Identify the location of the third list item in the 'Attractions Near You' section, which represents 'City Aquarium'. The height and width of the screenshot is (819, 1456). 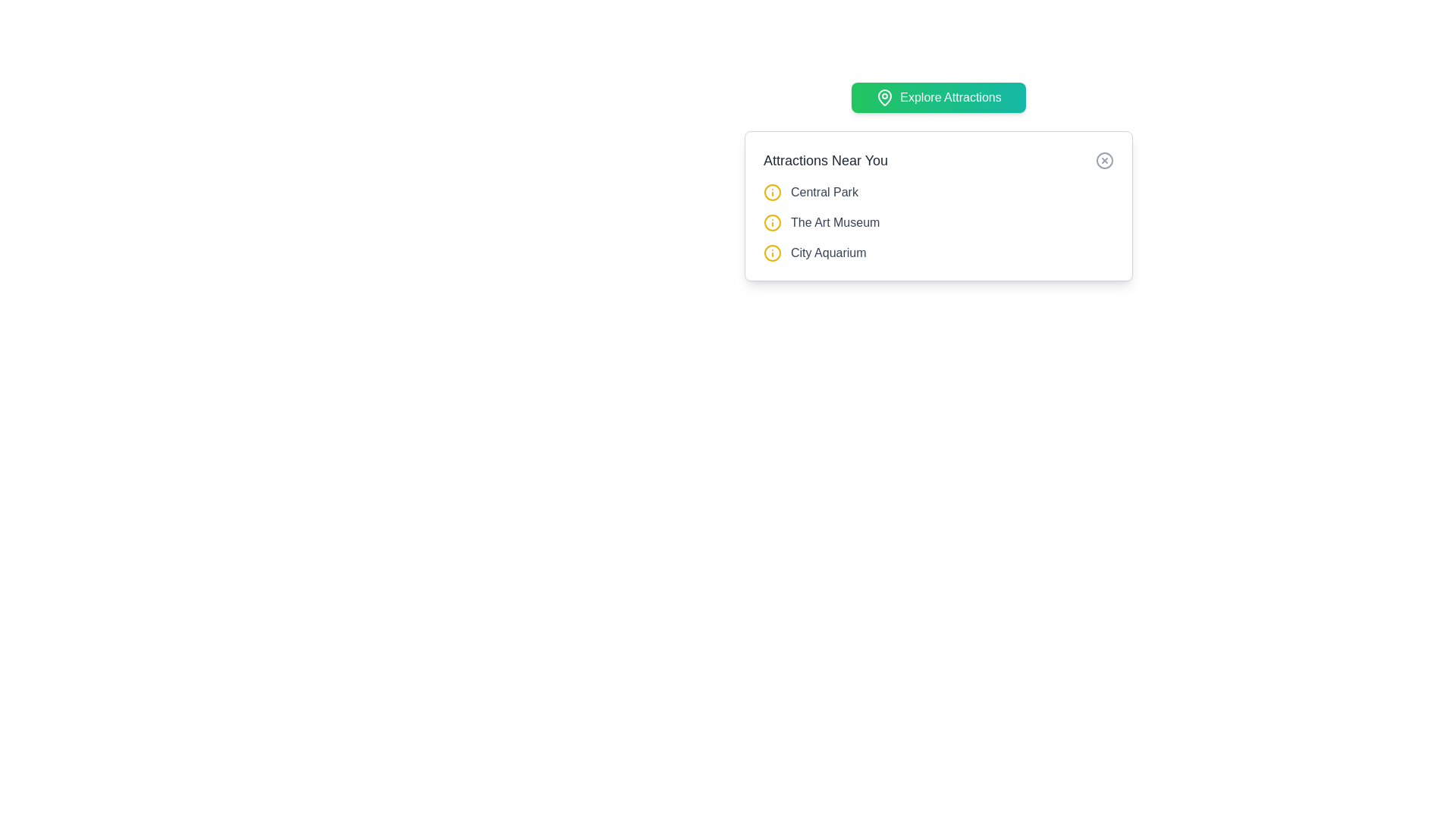
(938, 253).